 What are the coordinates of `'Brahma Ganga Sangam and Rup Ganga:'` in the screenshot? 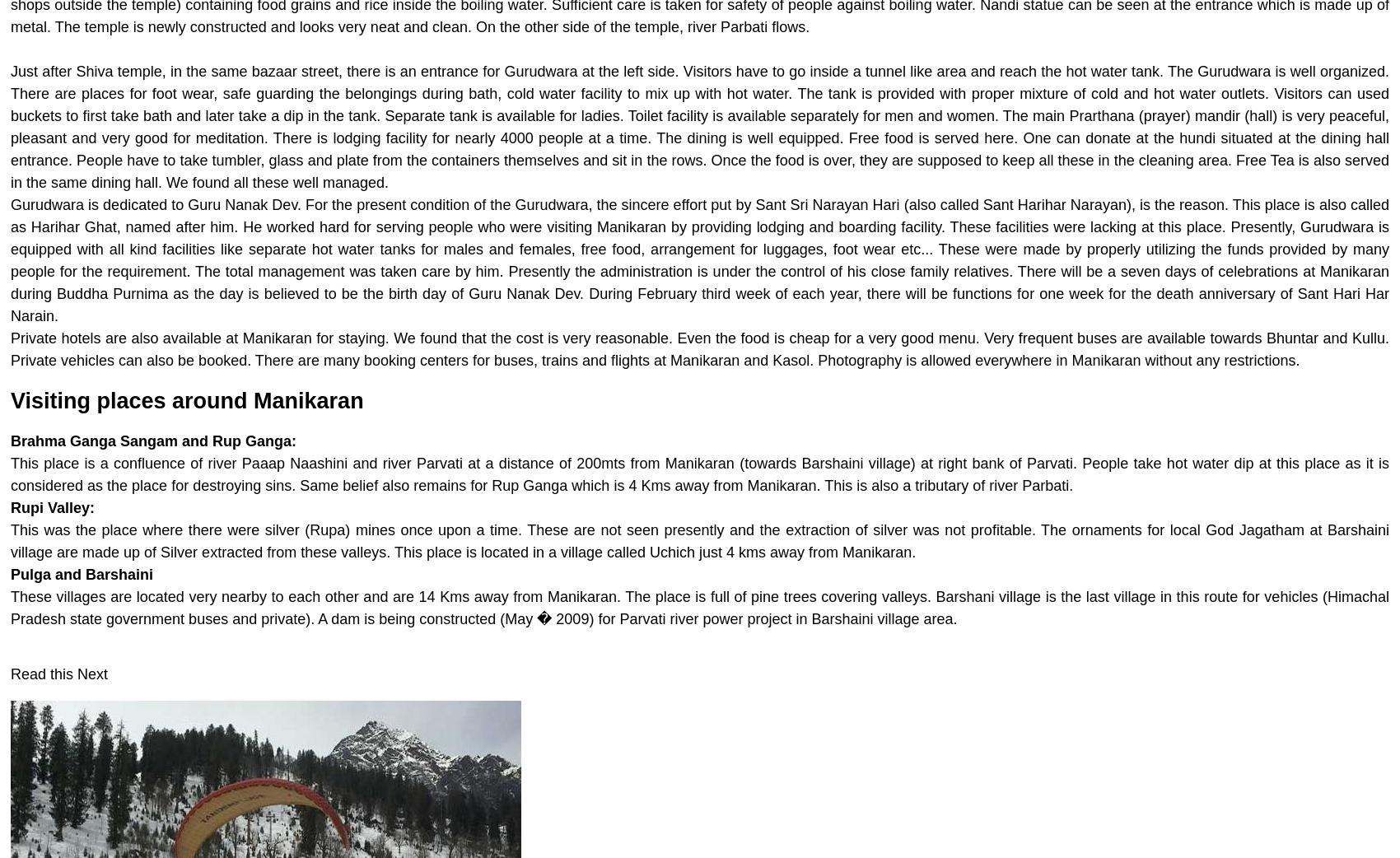 It's located at (152, 441).